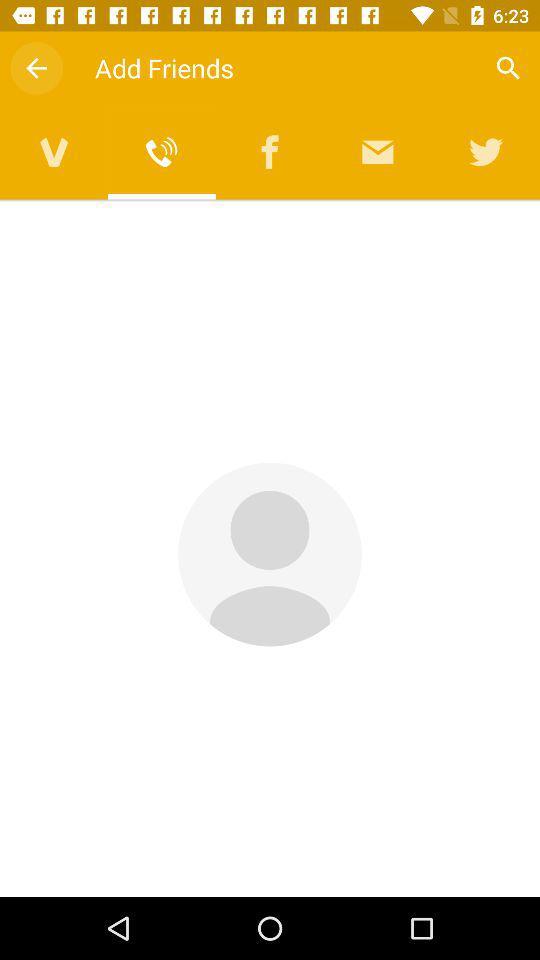 The height and width of the screenshot is (960, 540). I want to click on share on twitter, so click(485, 151).